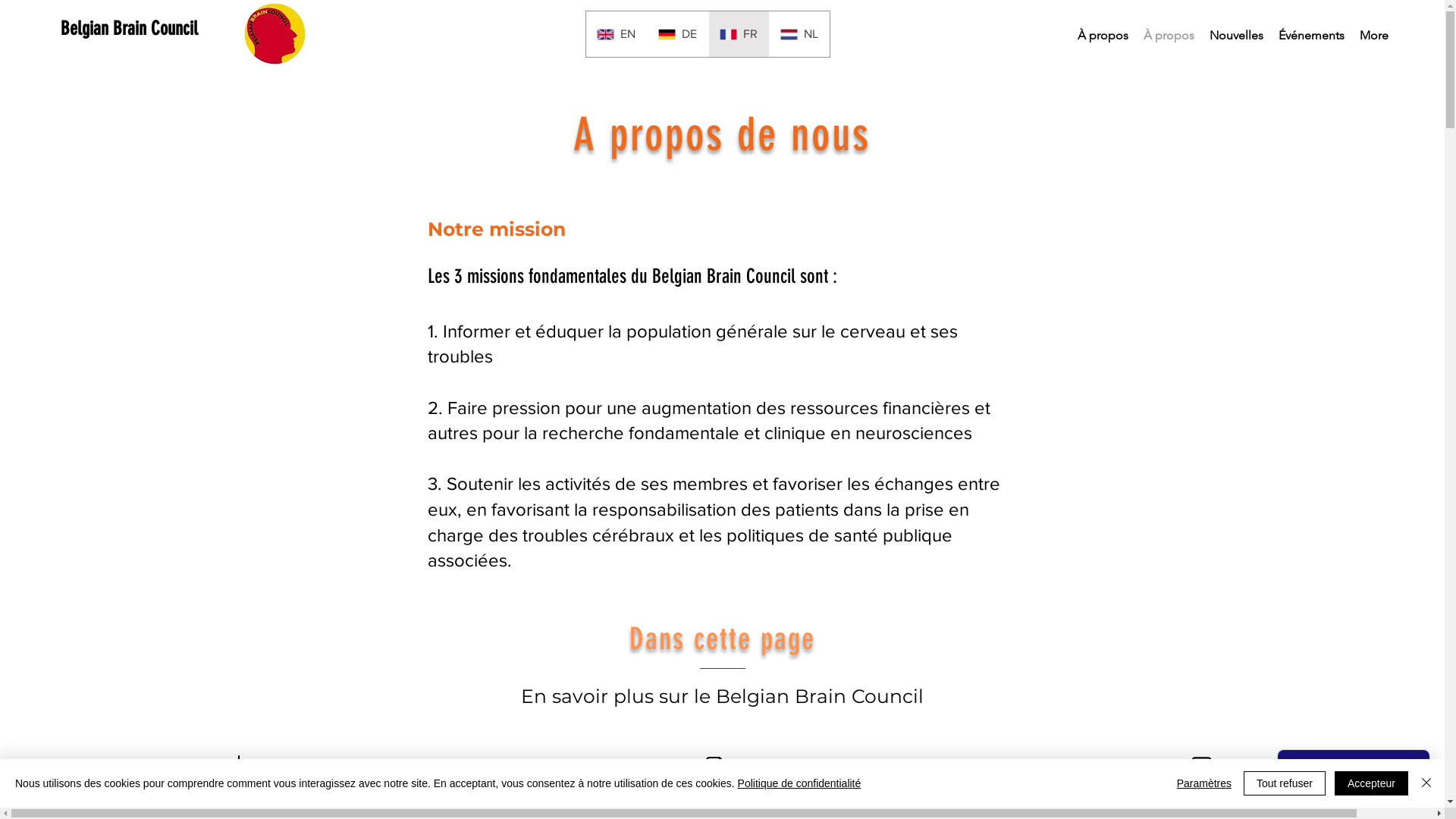  Describe the element at coordinates (739, 34) in the screenshot. I see `'FR'` at that location.